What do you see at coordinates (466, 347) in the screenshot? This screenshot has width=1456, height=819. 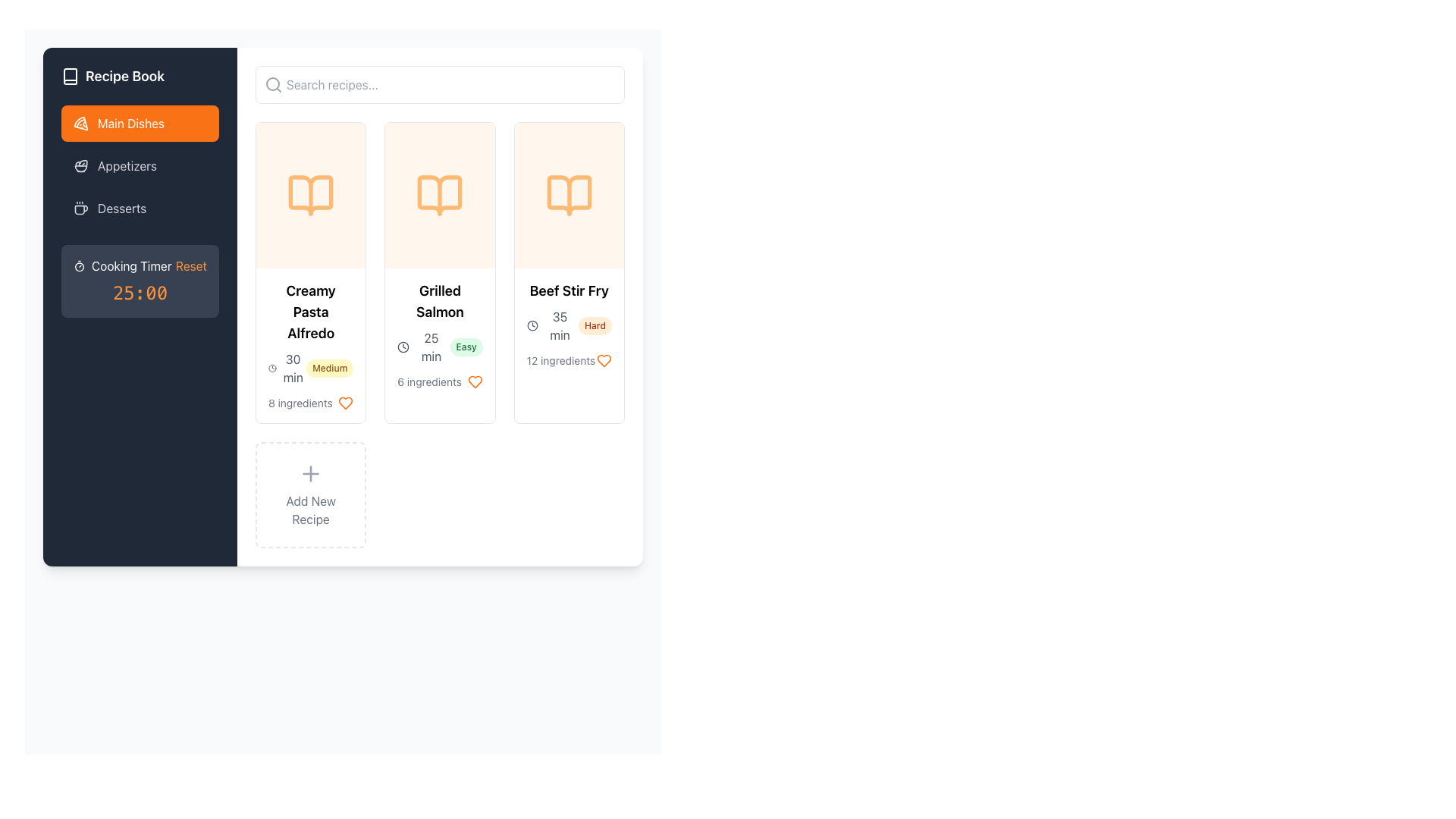 I see `text content of the 'Easy' difficulty indicator label located under the title 'Grilled Salmon' in the 'Main Dishes' section` at bounding box center [466, 347].